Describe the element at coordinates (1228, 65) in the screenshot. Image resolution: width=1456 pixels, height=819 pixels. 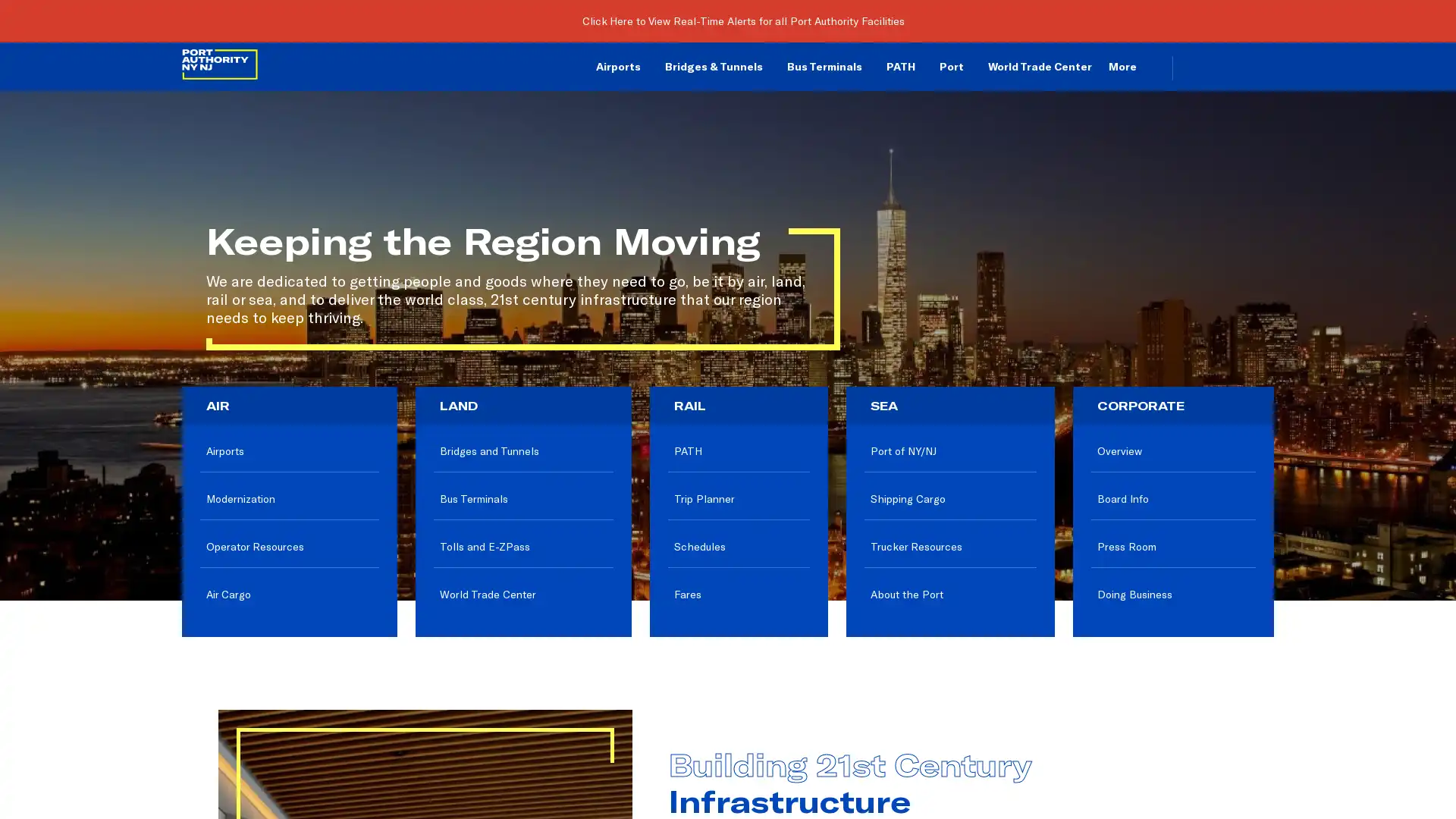
I see `Accessibility` at that location.